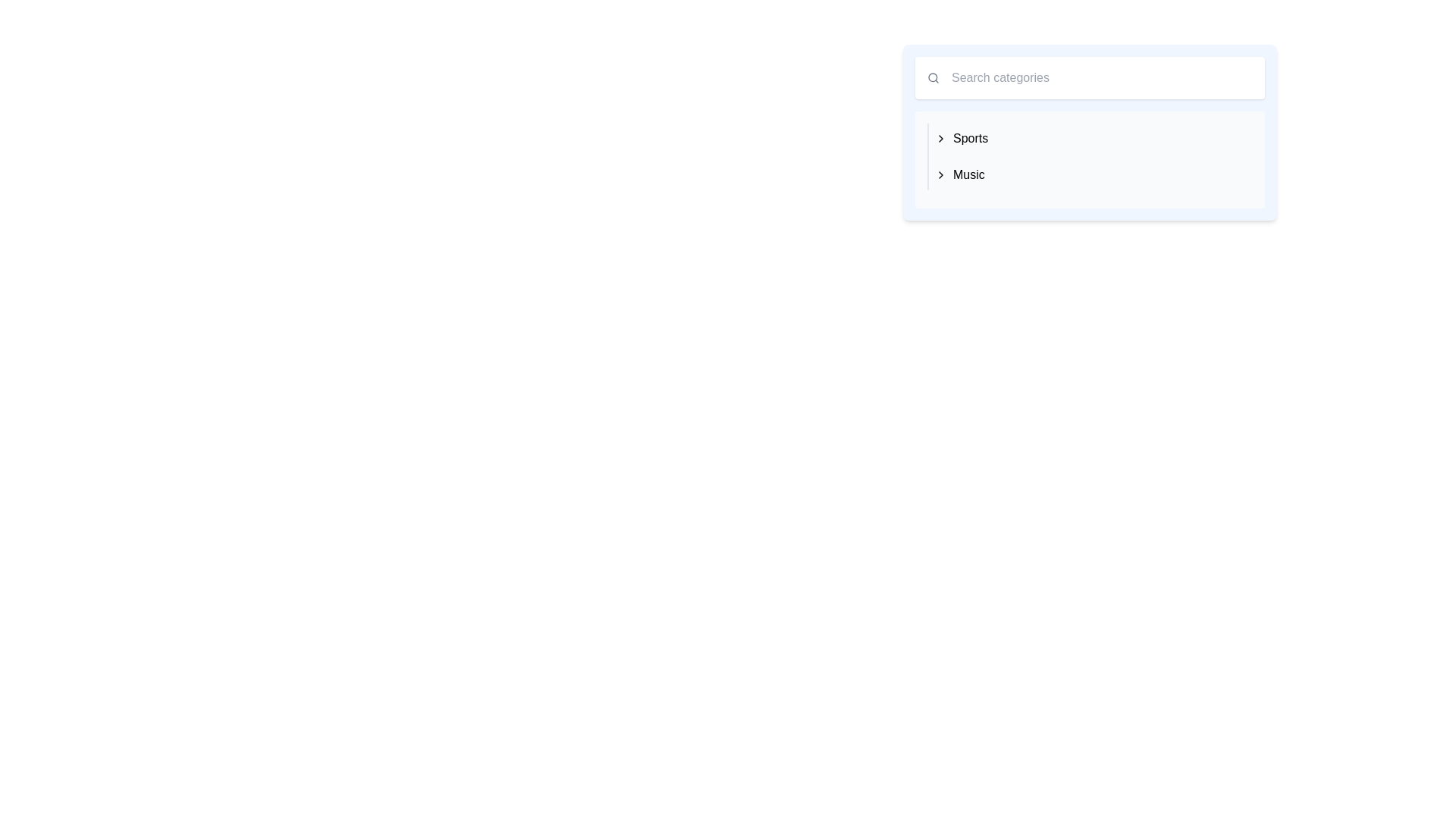  What do you see at coordinates (961, 138) in the screenshot?
I see `the 'Sports' menu item` at bounding box center [961, 138].